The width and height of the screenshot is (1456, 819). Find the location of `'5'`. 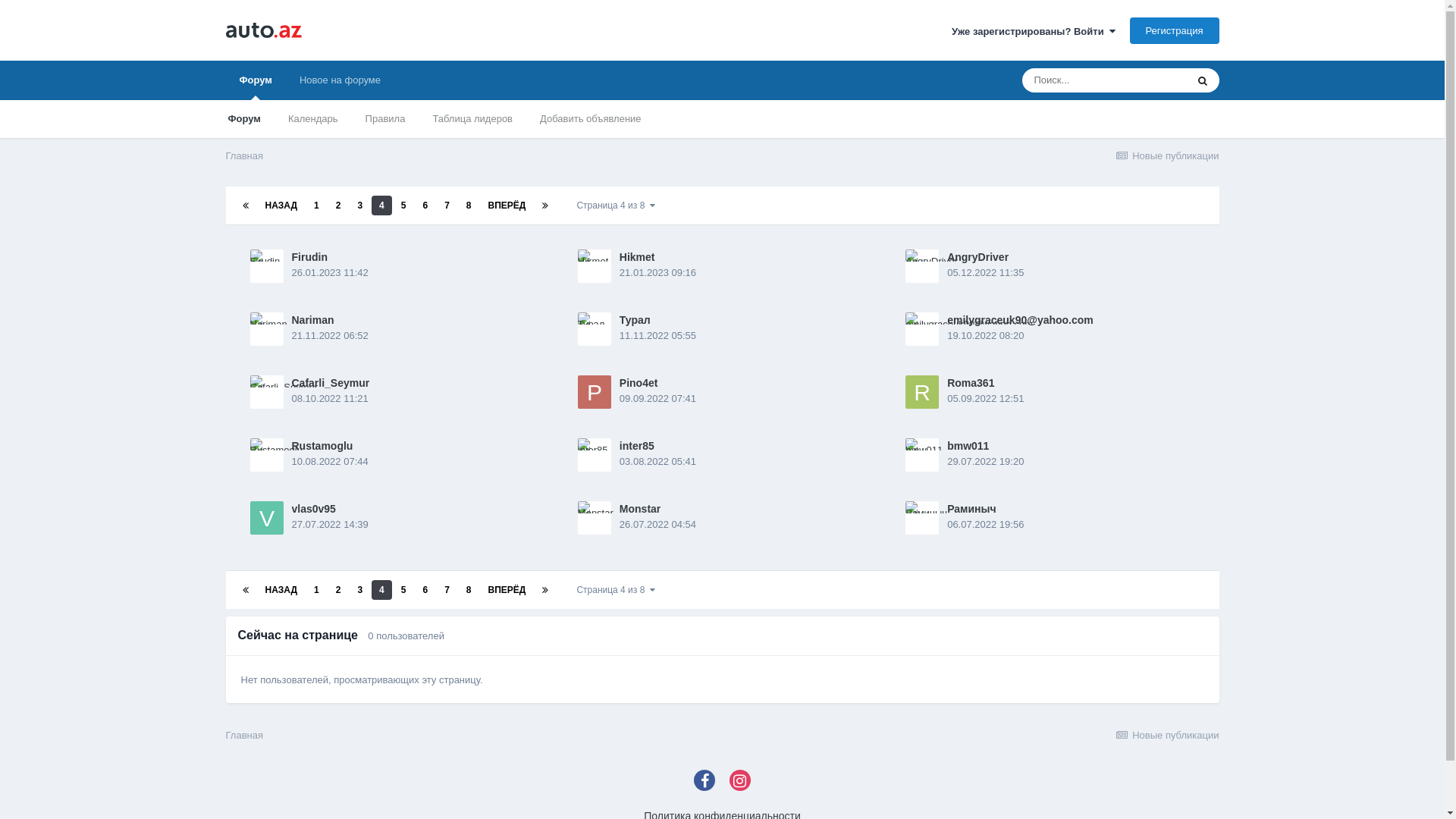

'5' is located at coordinates (403, 588).